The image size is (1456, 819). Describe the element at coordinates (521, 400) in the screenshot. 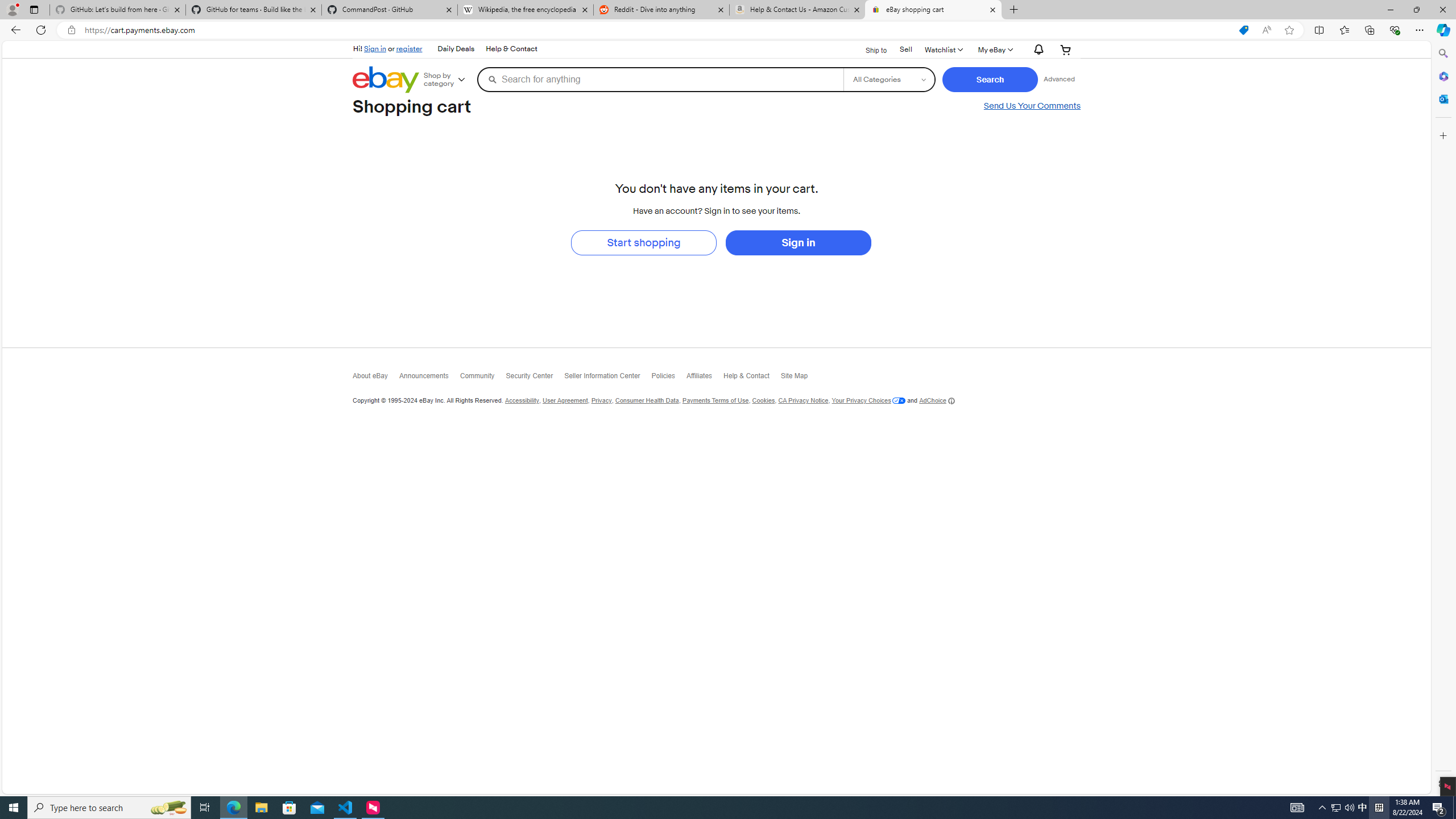

I see `'Accessibility'` at that location.